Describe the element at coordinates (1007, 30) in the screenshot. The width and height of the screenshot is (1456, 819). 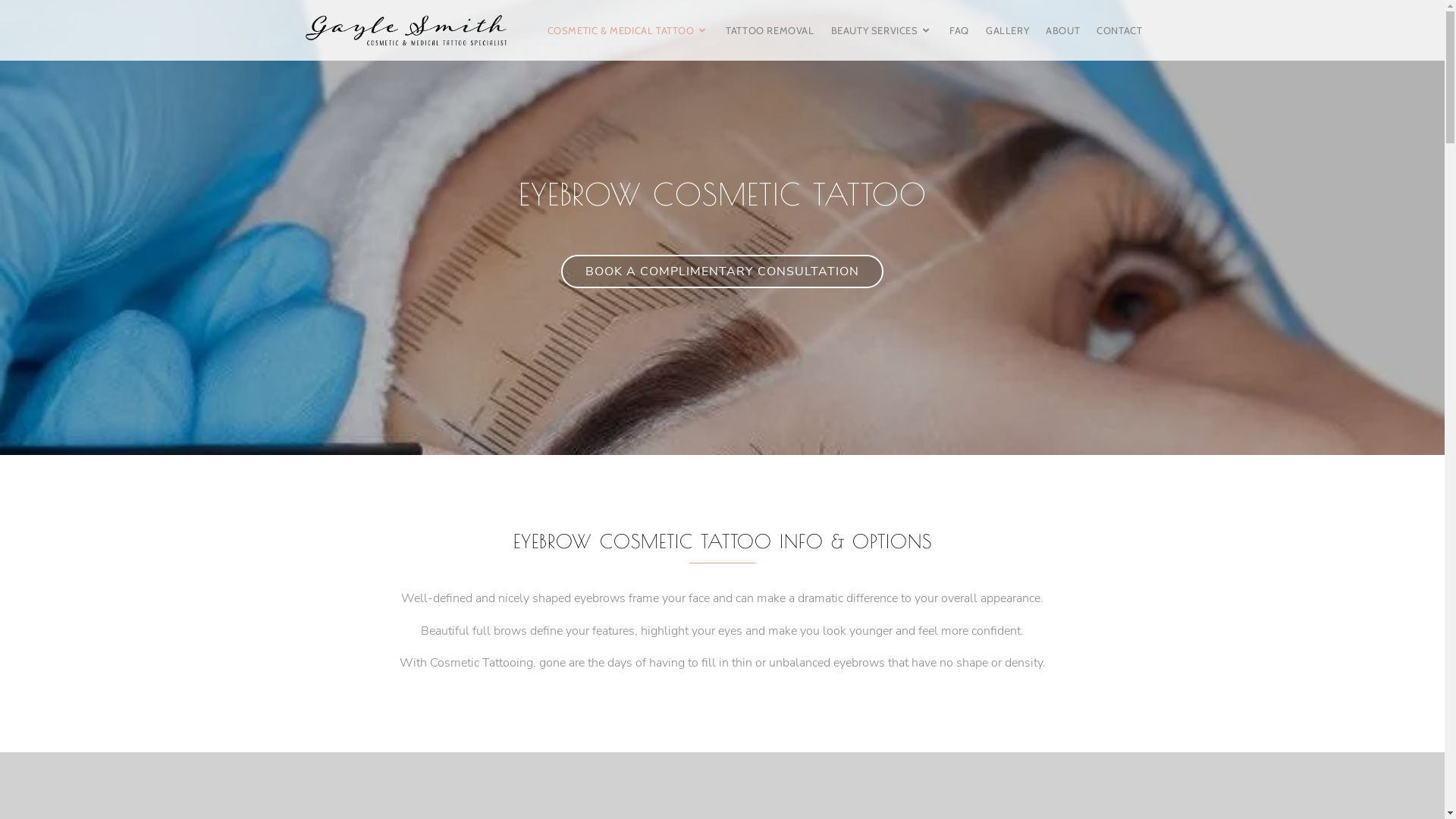
I see `'GALLERY'` at that location.